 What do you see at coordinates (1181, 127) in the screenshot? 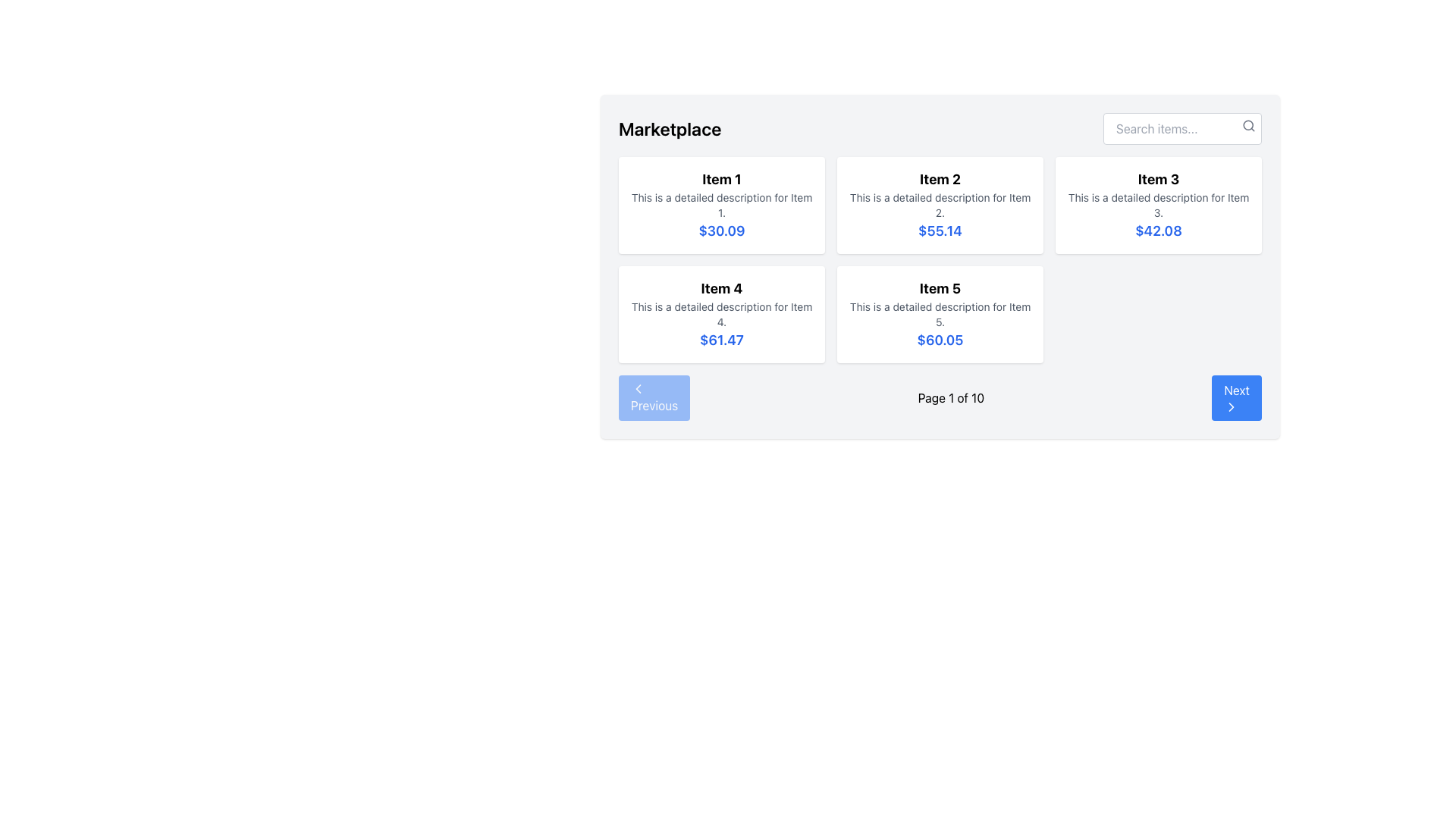
I see `the text input field located in the top-right section of the header, adjacent to the 'Marketplace' title, to focus and enable typing` at bounding box center [1181, 127].